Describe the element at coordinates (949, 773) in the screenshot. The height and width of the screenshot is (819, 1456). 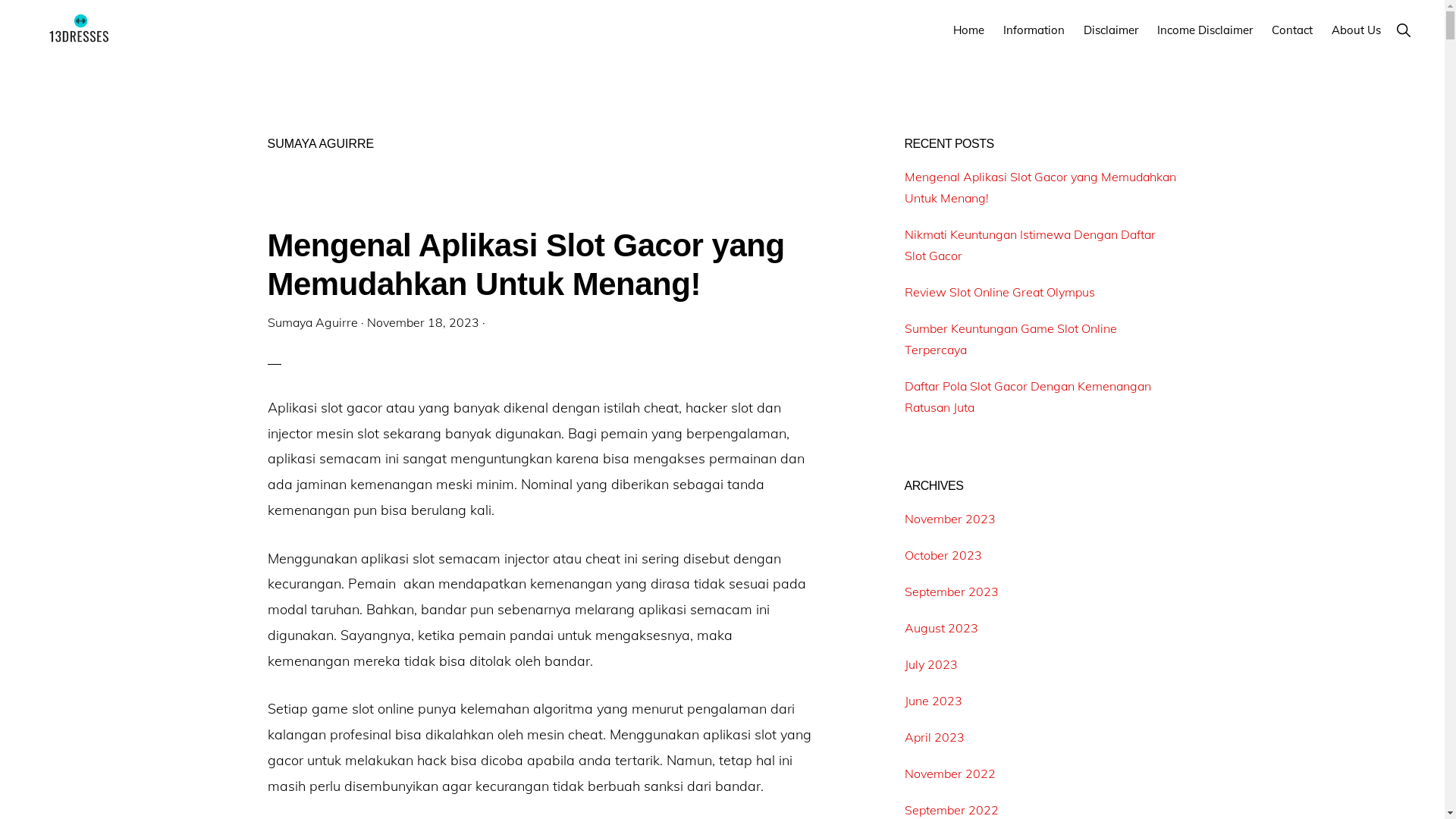
I see `'November 2022'` at that location.